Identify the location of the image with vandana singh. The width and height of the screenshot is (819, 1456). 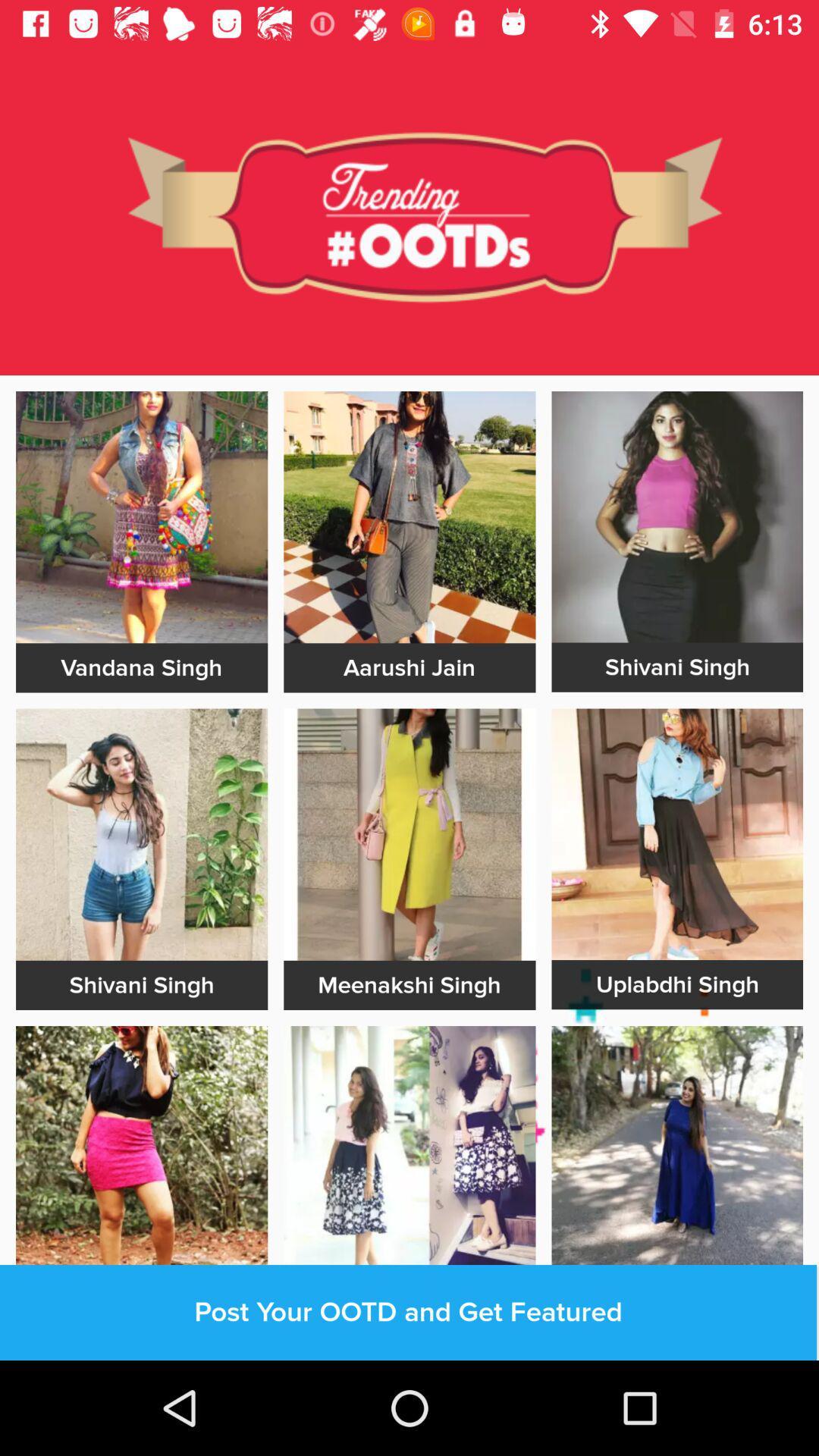
(141, 516).